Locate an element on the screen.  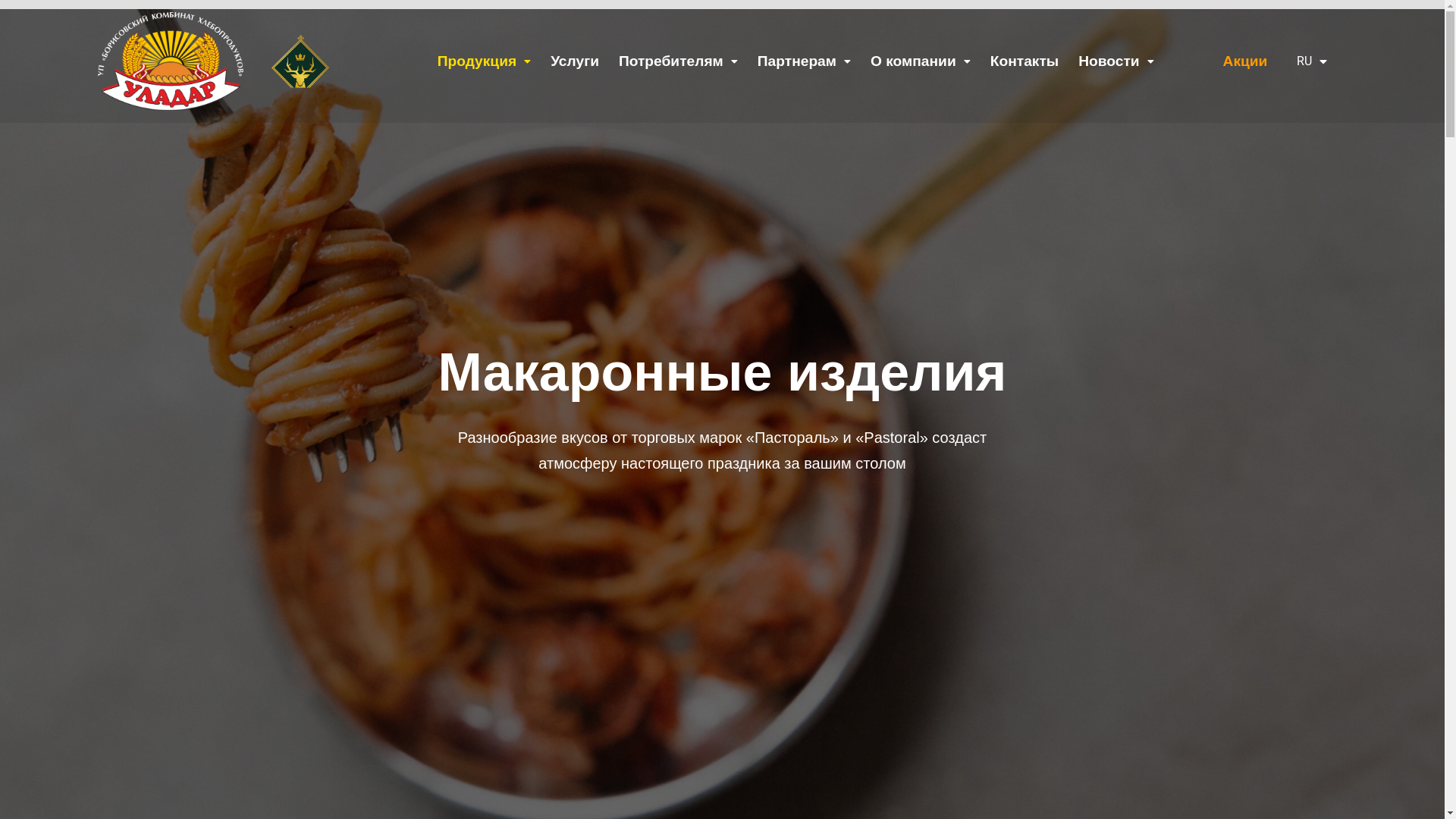
'RU' is located at coordinates (1307, 60).